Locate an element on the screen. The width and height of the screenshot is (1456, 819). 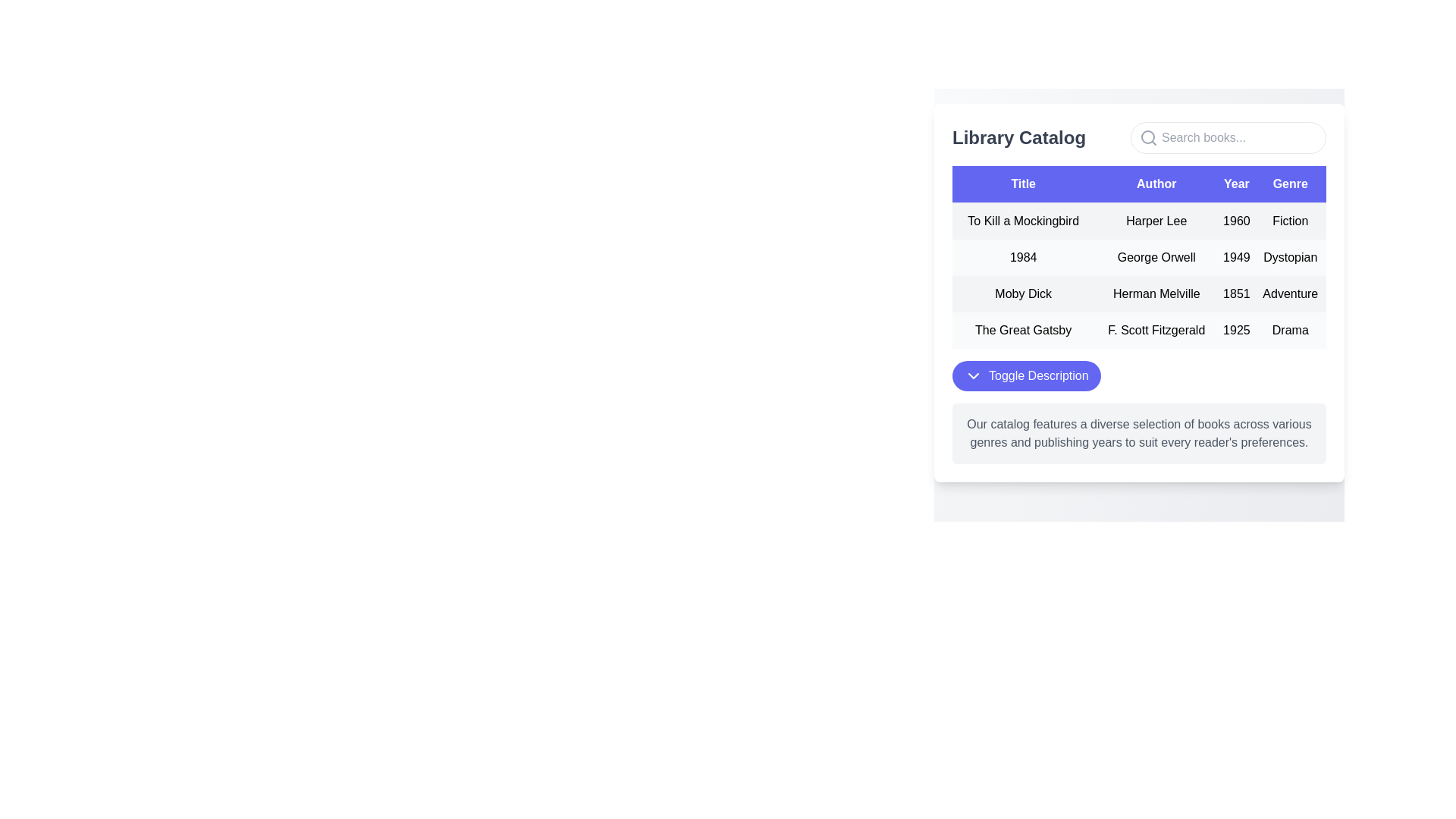
the text label displaying 'George Orwell' which is located in the second row under the 'Author' column of the table is located at coordinates (1156, 256).